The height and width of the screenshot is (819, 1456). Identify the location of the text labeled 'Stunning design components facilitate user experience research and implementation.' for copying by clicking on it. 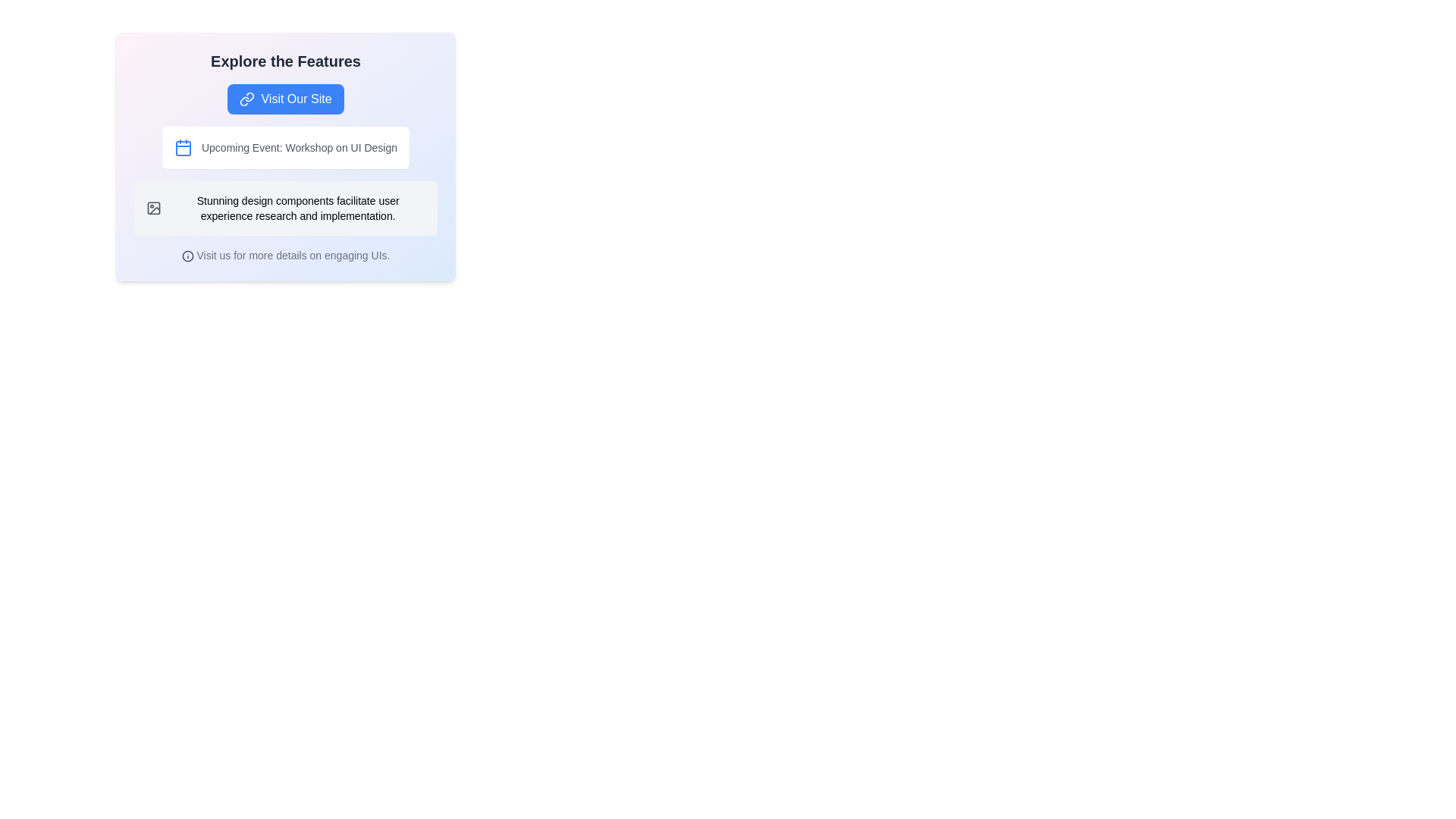
(298, 208).